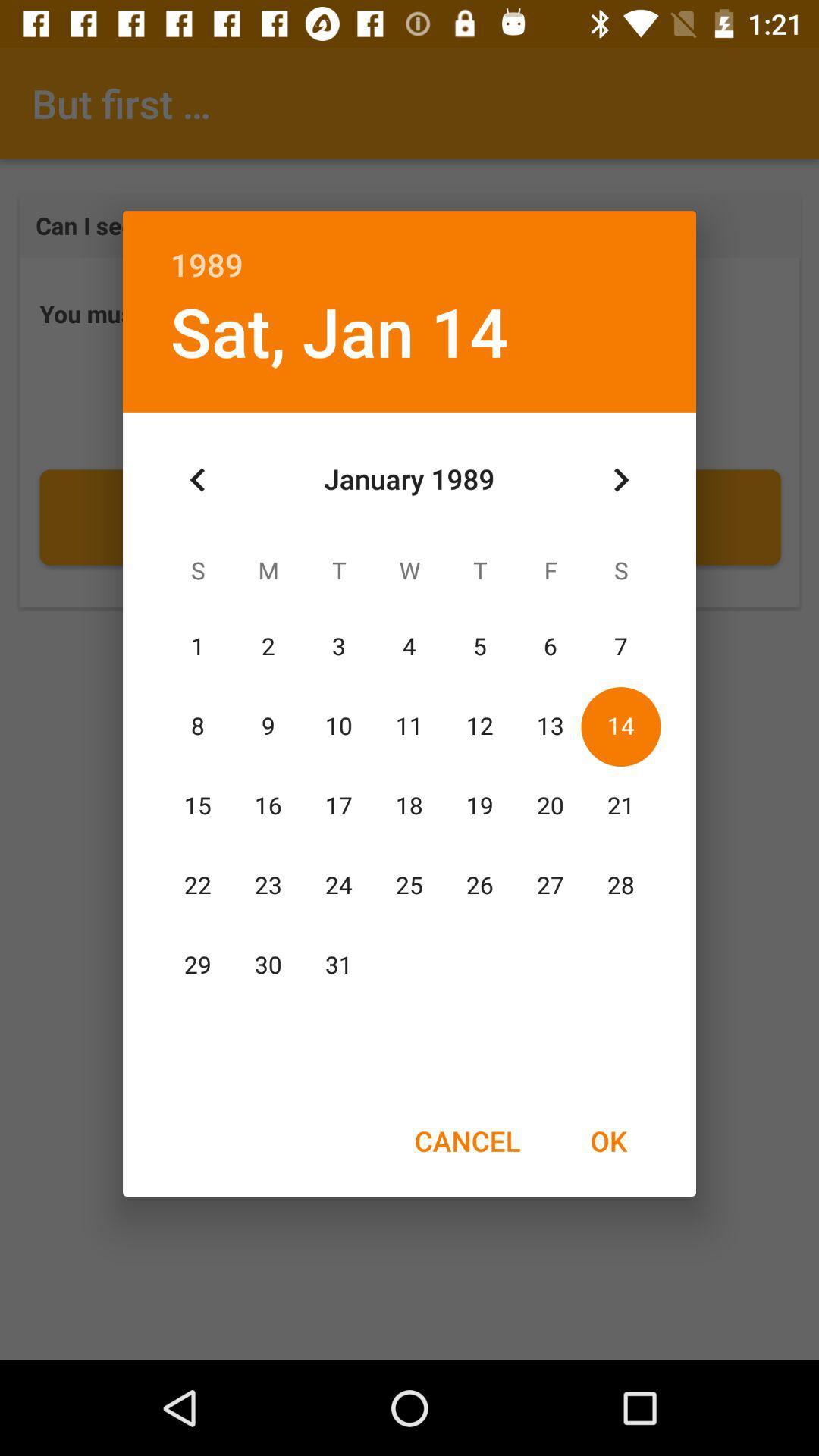 This screenshot has width=819, height=1456. Describe the element at coordinates (197, 479) in the screenshot. I see `item at the top left corner` at that location.